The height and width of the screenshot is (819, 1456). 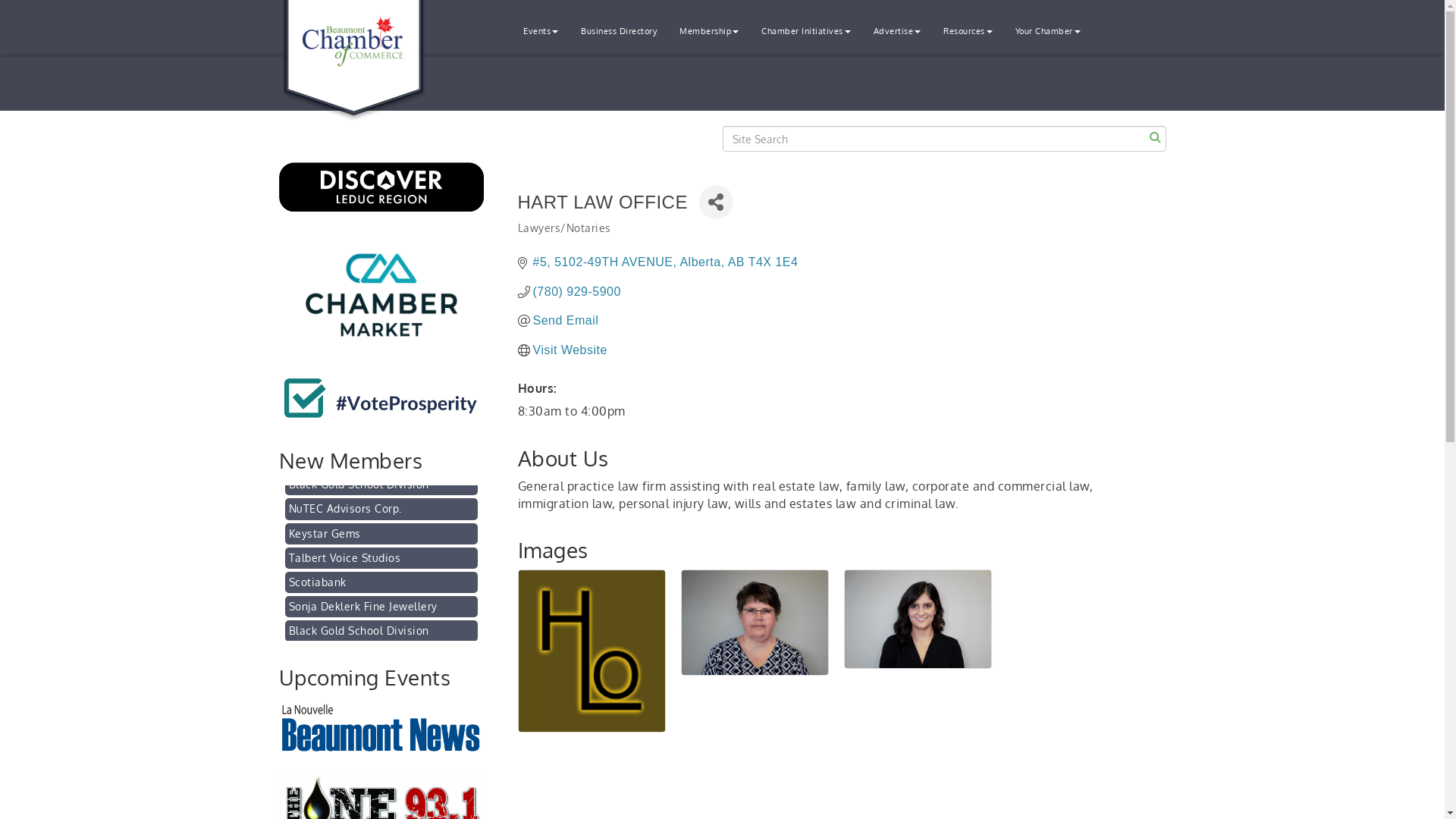 I want to click on 'Business Directory', so click(x=619, y=31).